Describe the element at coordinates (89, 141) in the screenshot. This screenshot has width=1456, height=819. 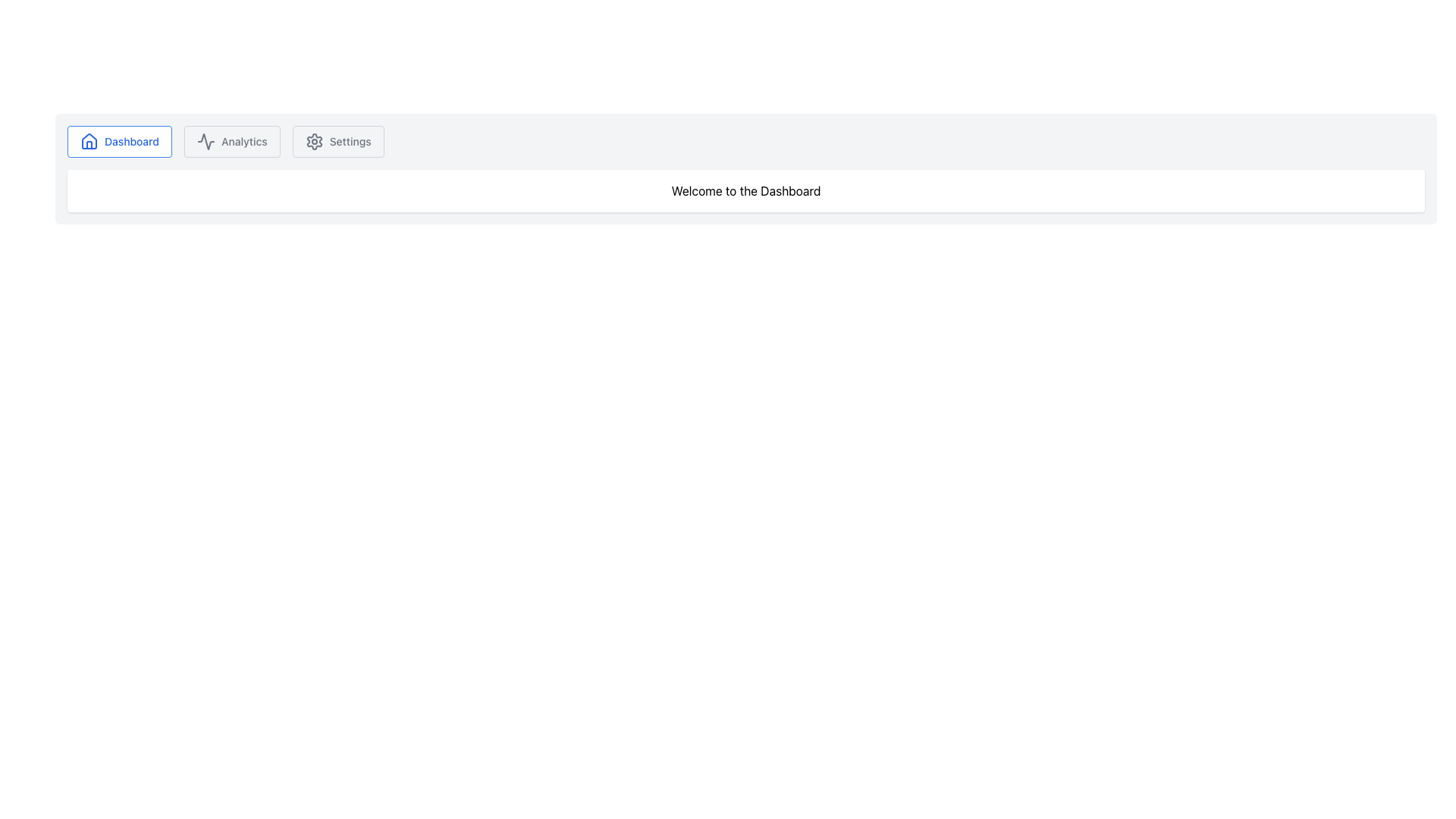
I see `the house icon located within the 'Dashboard' button, which has a blue border and a white background` at that location.